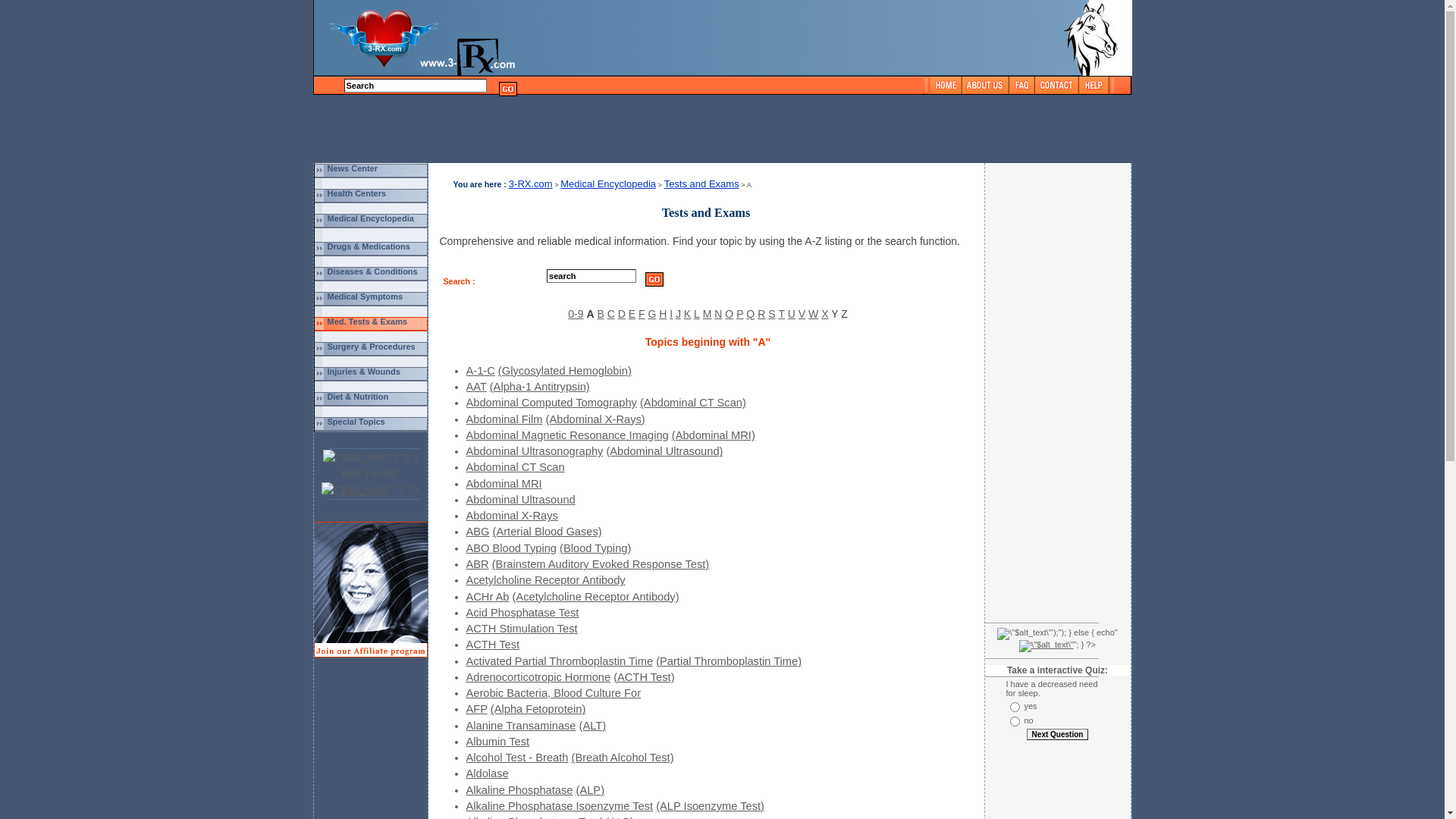 The width and height of the screenshot is (1456, 819). What do you see at coordinates (546, 419) in the screenshot?
I see `'(Abdominal X-Rays)'` at bounding box center [546, 419].